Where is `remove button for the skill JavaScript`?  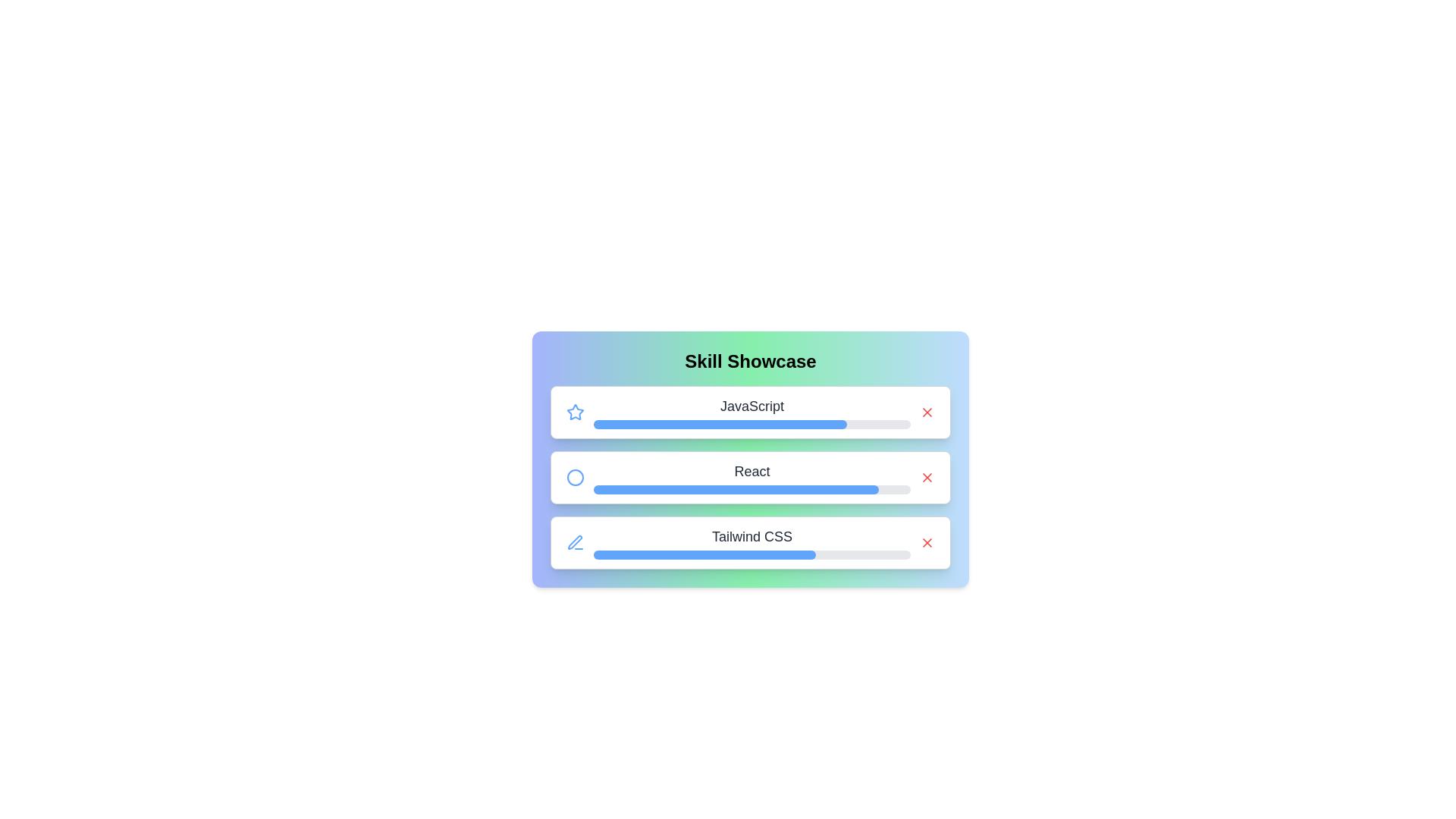
remove button for the skill JavaScript is located at coordinates (927, 412).